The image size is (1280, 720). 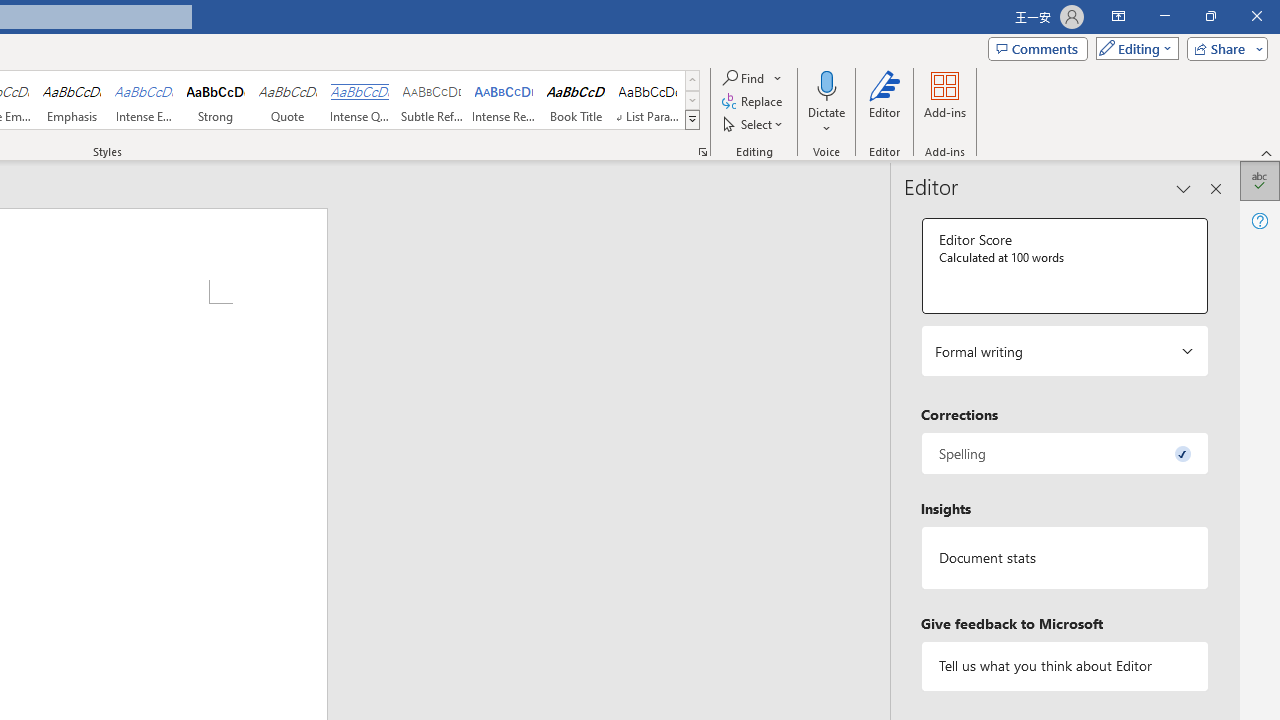 I want to click on 'Mode', so click(x=1133, y=47).